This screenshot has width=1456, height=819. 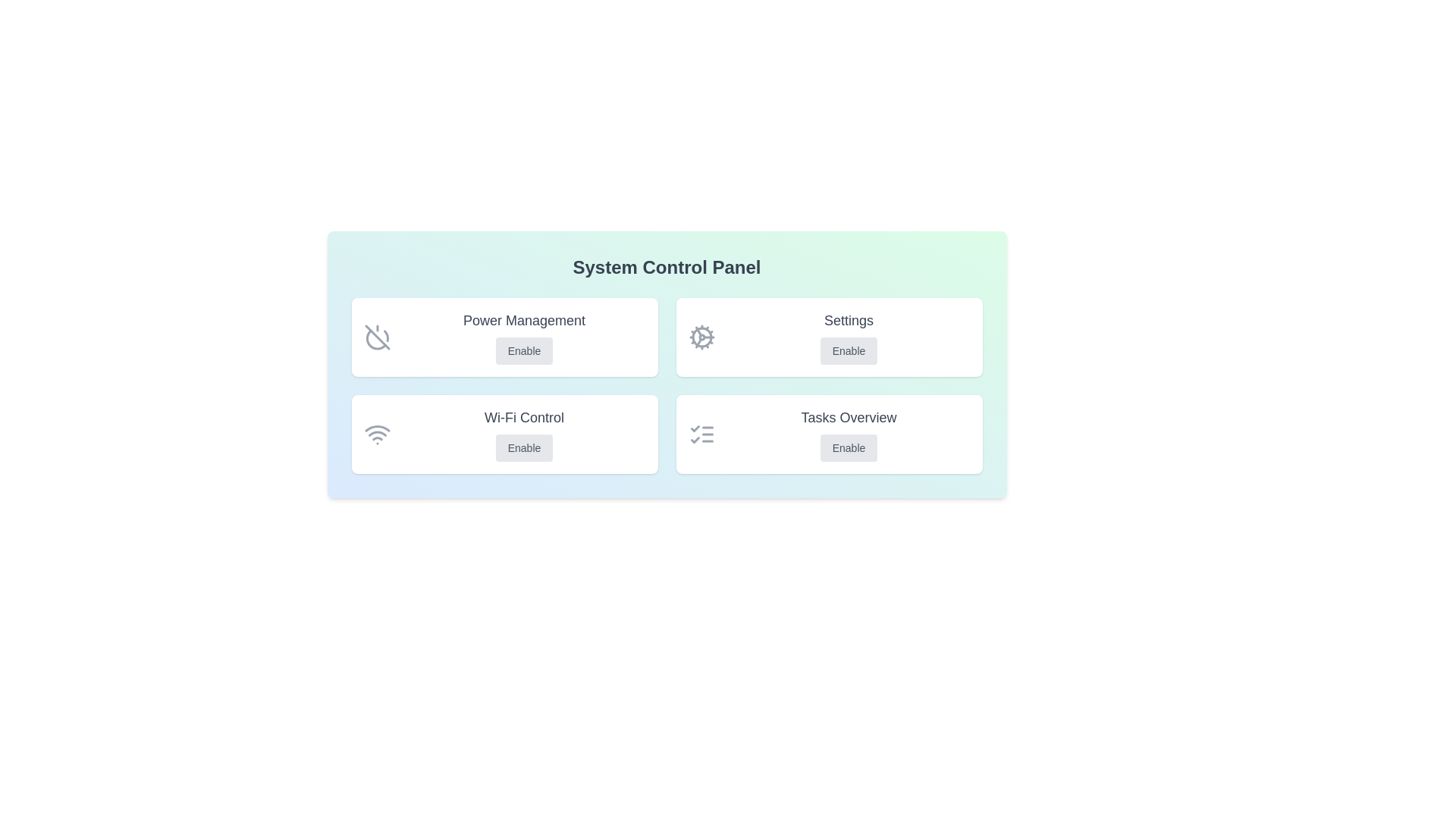 What do you see at coordinates (524, 447) in the screenshot?
I see `the 'Enable' button in the 'Wi-Fi Control' section` at bounding box center [524, 447].